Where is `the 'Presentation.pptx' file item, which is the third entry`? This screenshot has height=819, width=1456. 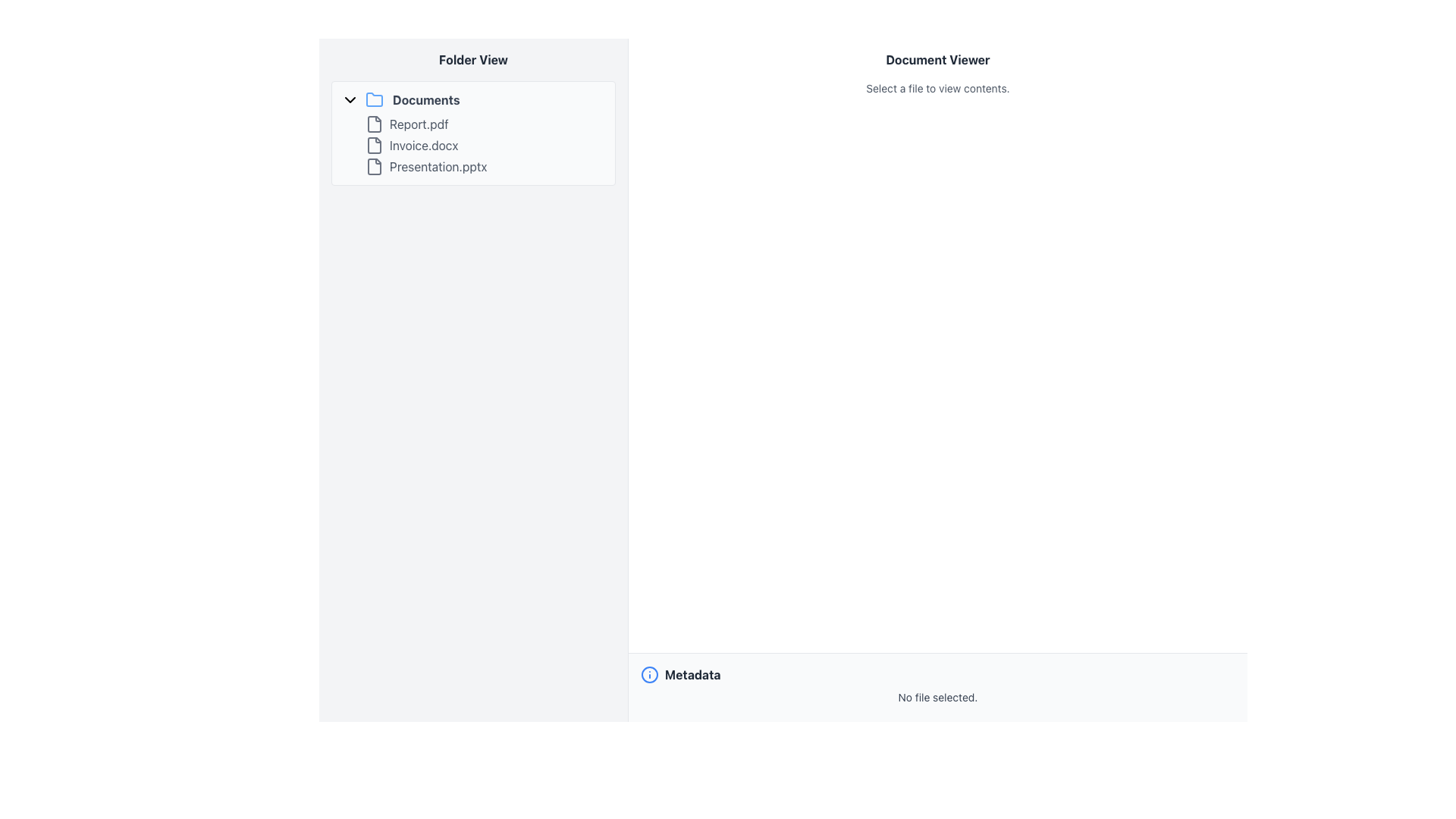 the 'Presentation.pptx' file item, which is the third entry is located at coordinates (485, 166).